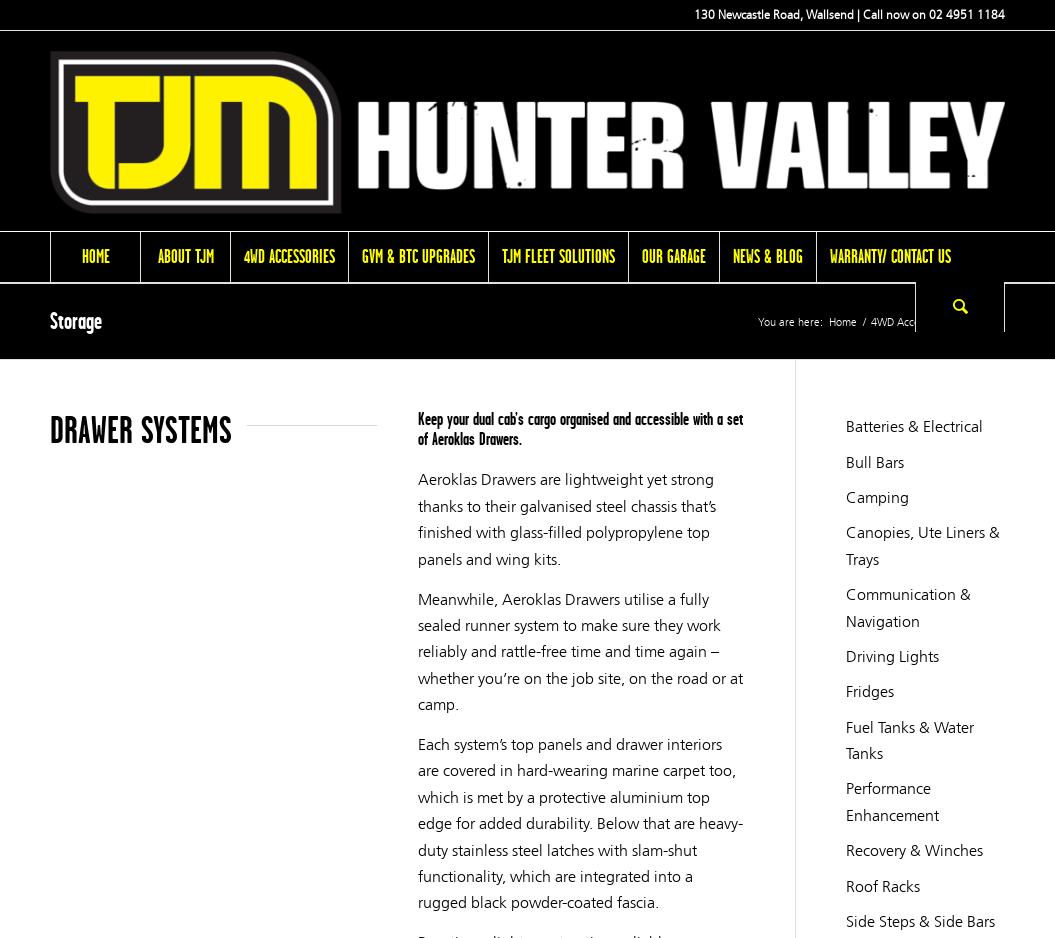  I want to click on 'GVM & BTC Upgrades', so click(417, 255).